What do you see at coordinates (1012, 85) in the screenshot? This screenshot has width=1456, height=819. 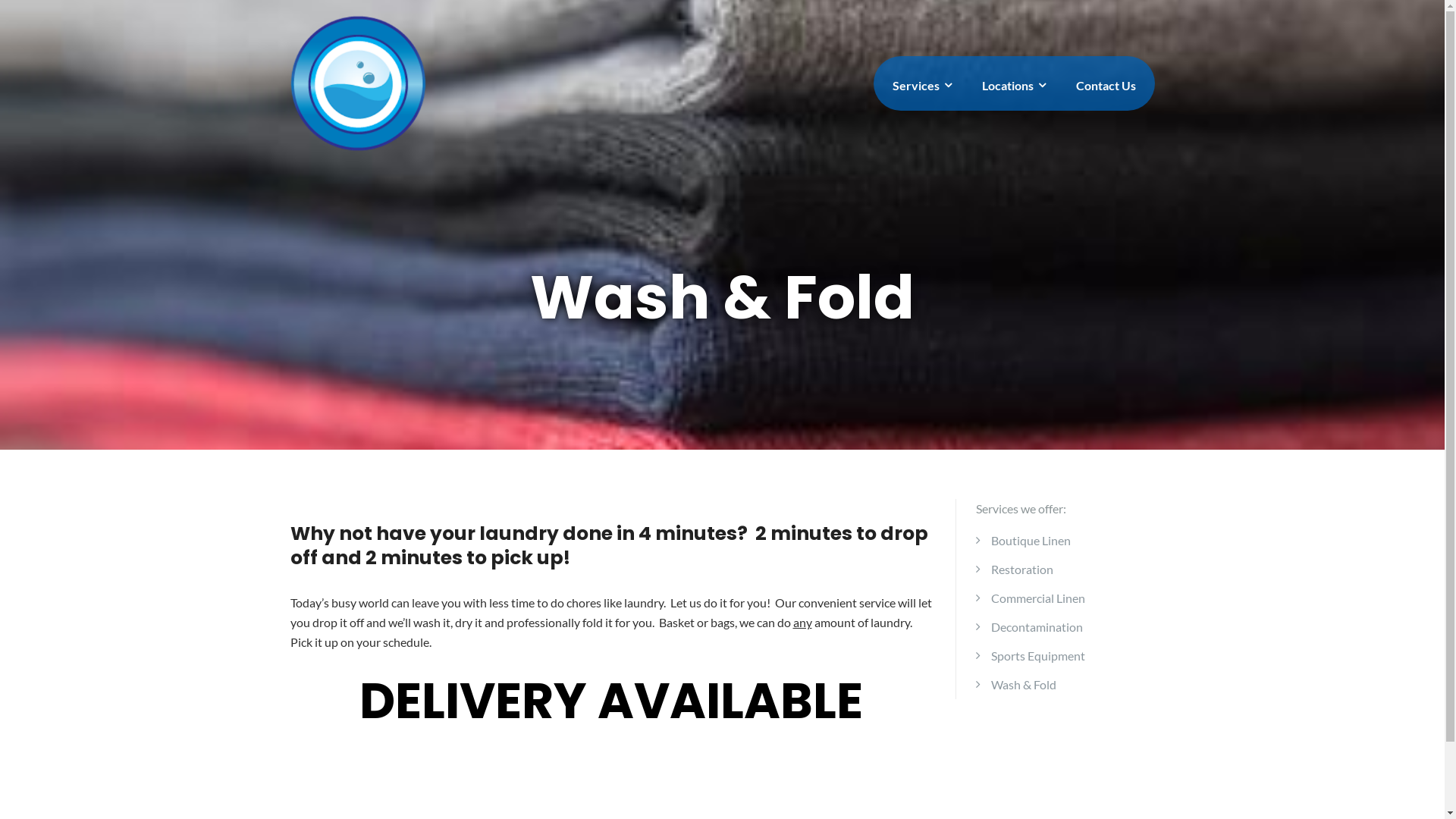 I see `'Locations'` at bounding box center [1012, 85].